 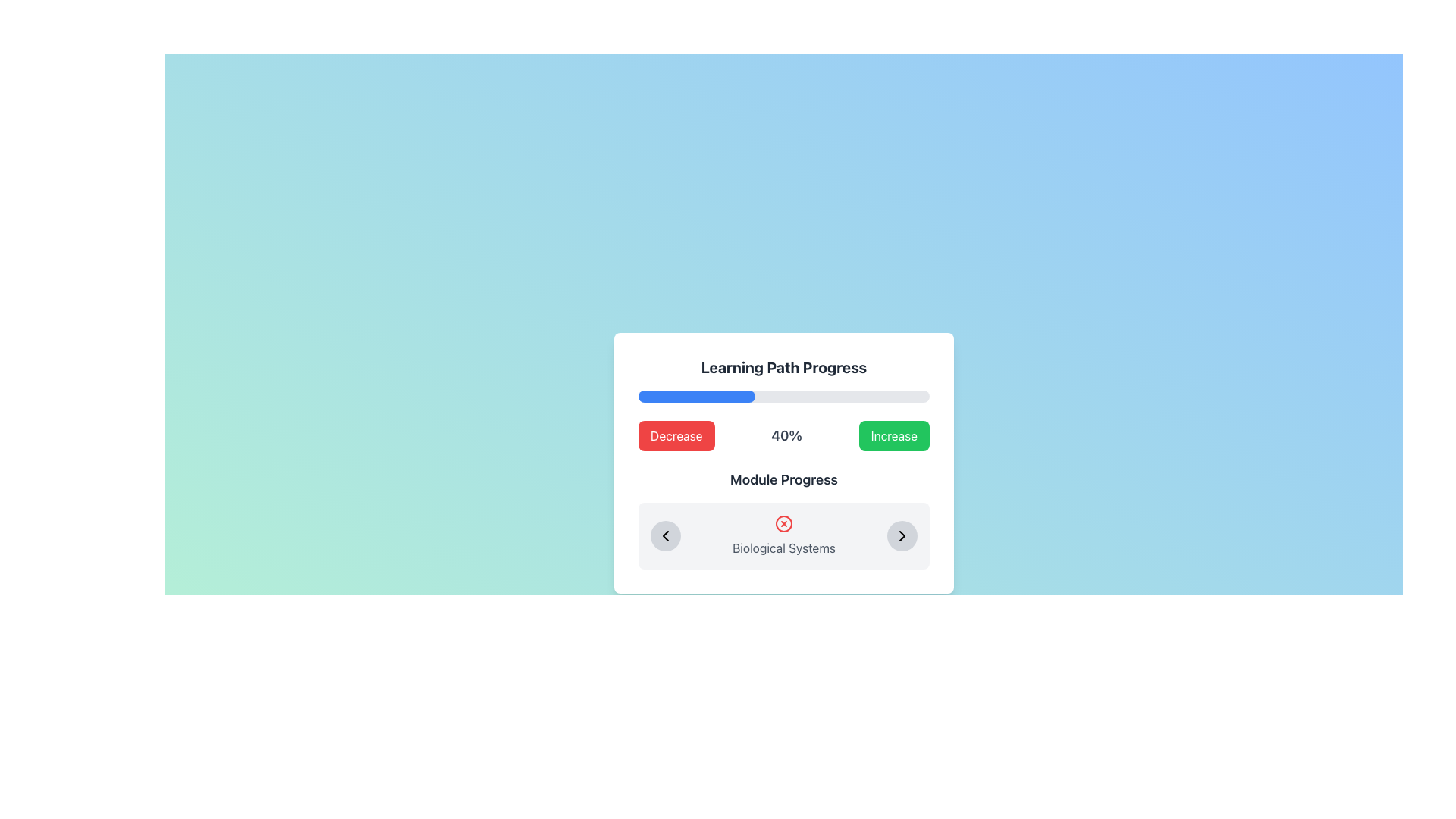 What do you see at coordinates (902, 535) in the screenshot?
I see `the rightward-pointing chevron icon in the Module Progress section, located at the bottom of the card` at bounding box center [902, 535].